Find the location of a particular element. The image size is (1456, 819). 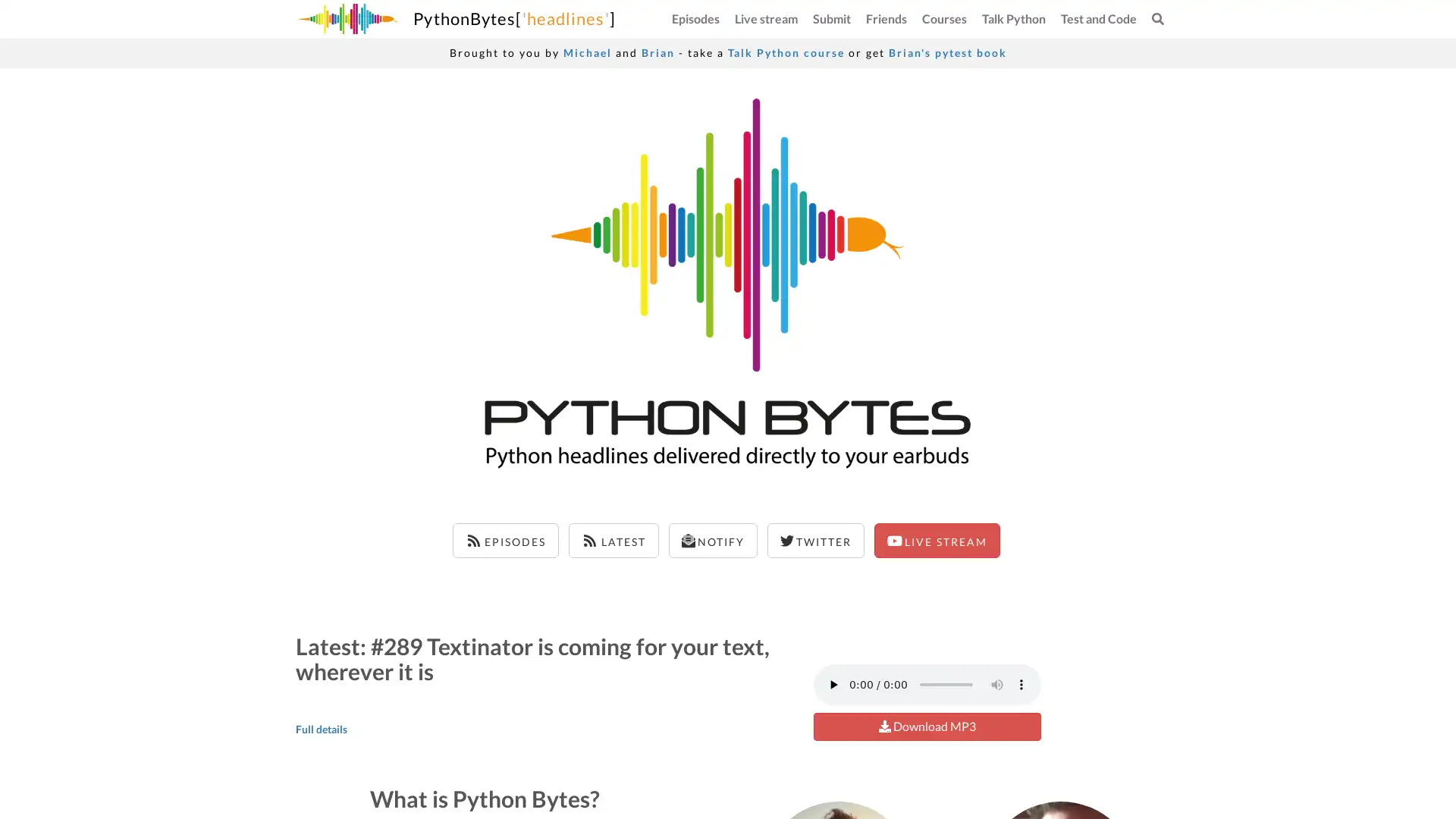

mute is located at coordinates (996, 684).